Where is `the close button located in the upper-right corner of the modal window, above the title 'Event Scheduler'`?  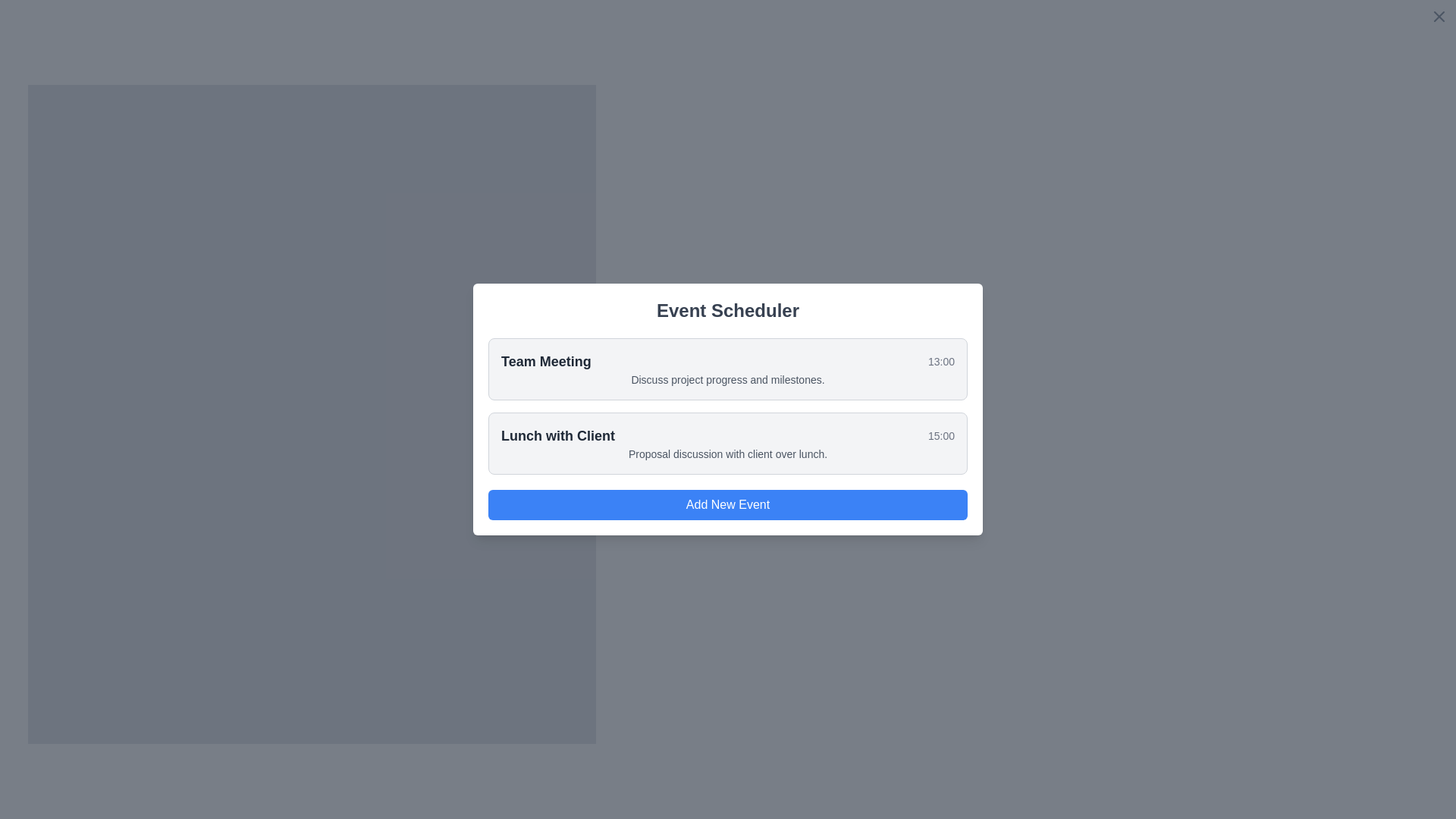 the close button located in the upper-right corner of the modal window, above the title 'Event Scheduler' is located at coordinates (1438, 17).